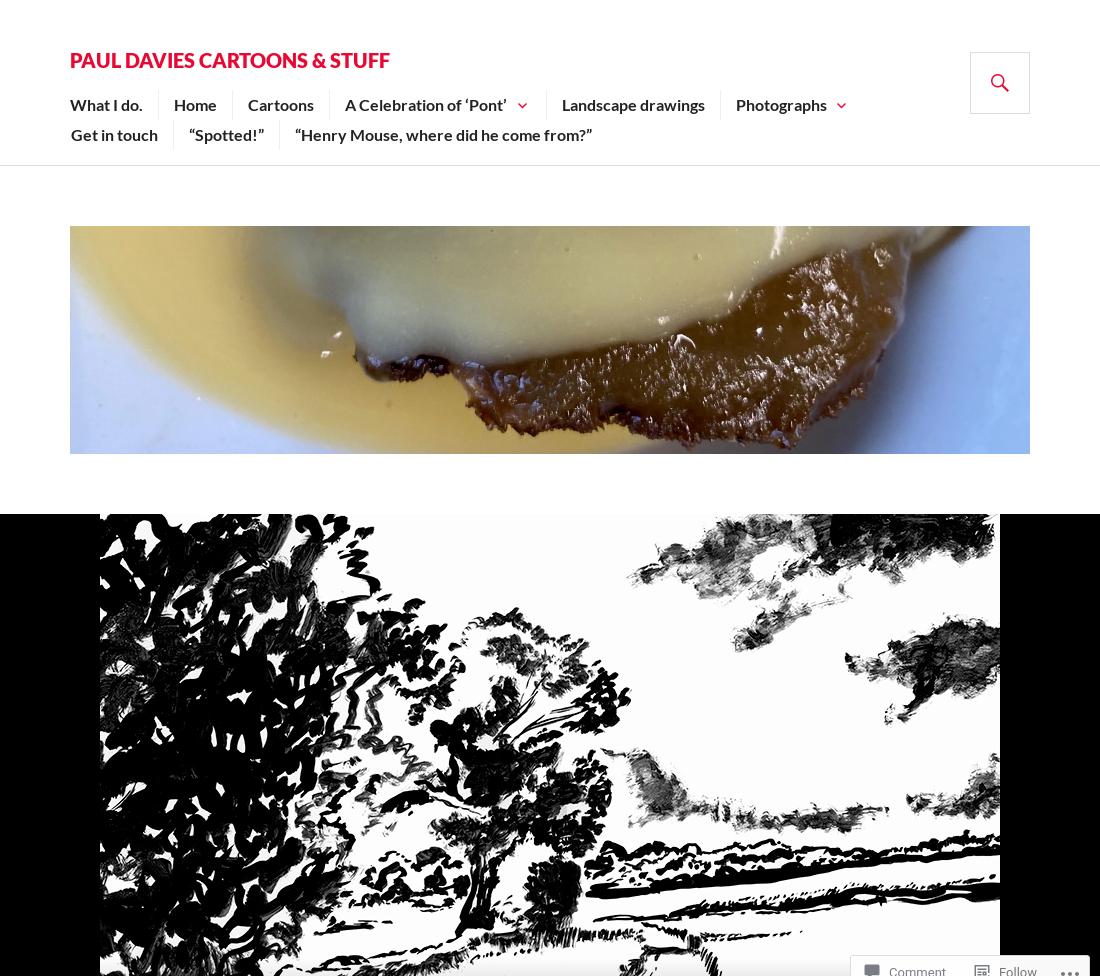 This screenshot has width=1100, height=976. What do you see at coordinates (780, 104) in the screenshot?
I see `'Photographs'` at bounding box center [780, 104].